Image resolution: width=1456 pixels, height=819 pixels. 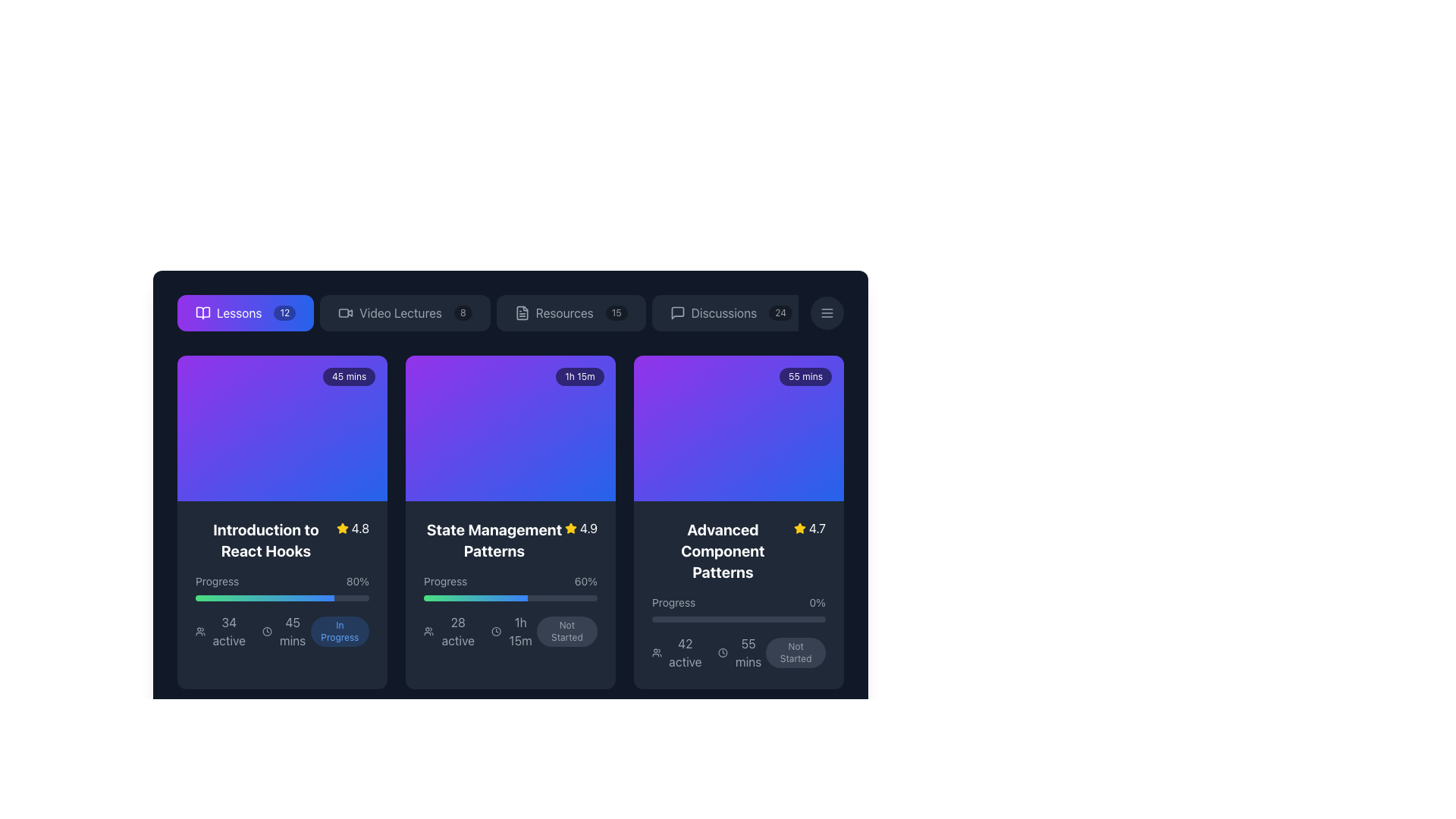 What do you see at coordinates (479, 632) in the screenshot?
I see `informational text displaying '28 active' and '1h 15m' located in the lower central section of the card under the 'State Management Patterns' section` at bounding box center [479, 632].